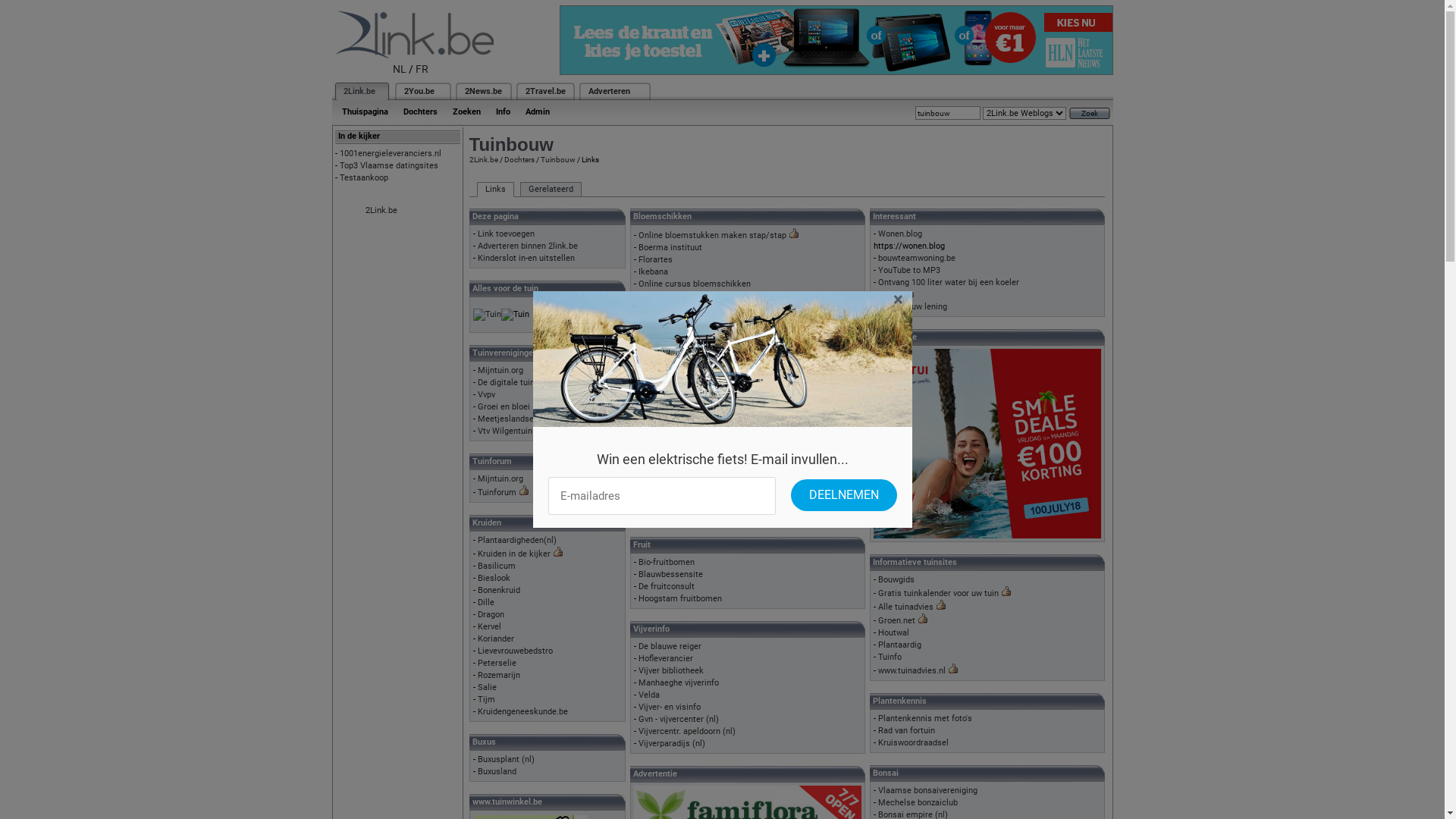 This screenshot has height=819, width=1456. I want to click on 'Ontvang 100 liter water bij een koeler', so click(948, 282).